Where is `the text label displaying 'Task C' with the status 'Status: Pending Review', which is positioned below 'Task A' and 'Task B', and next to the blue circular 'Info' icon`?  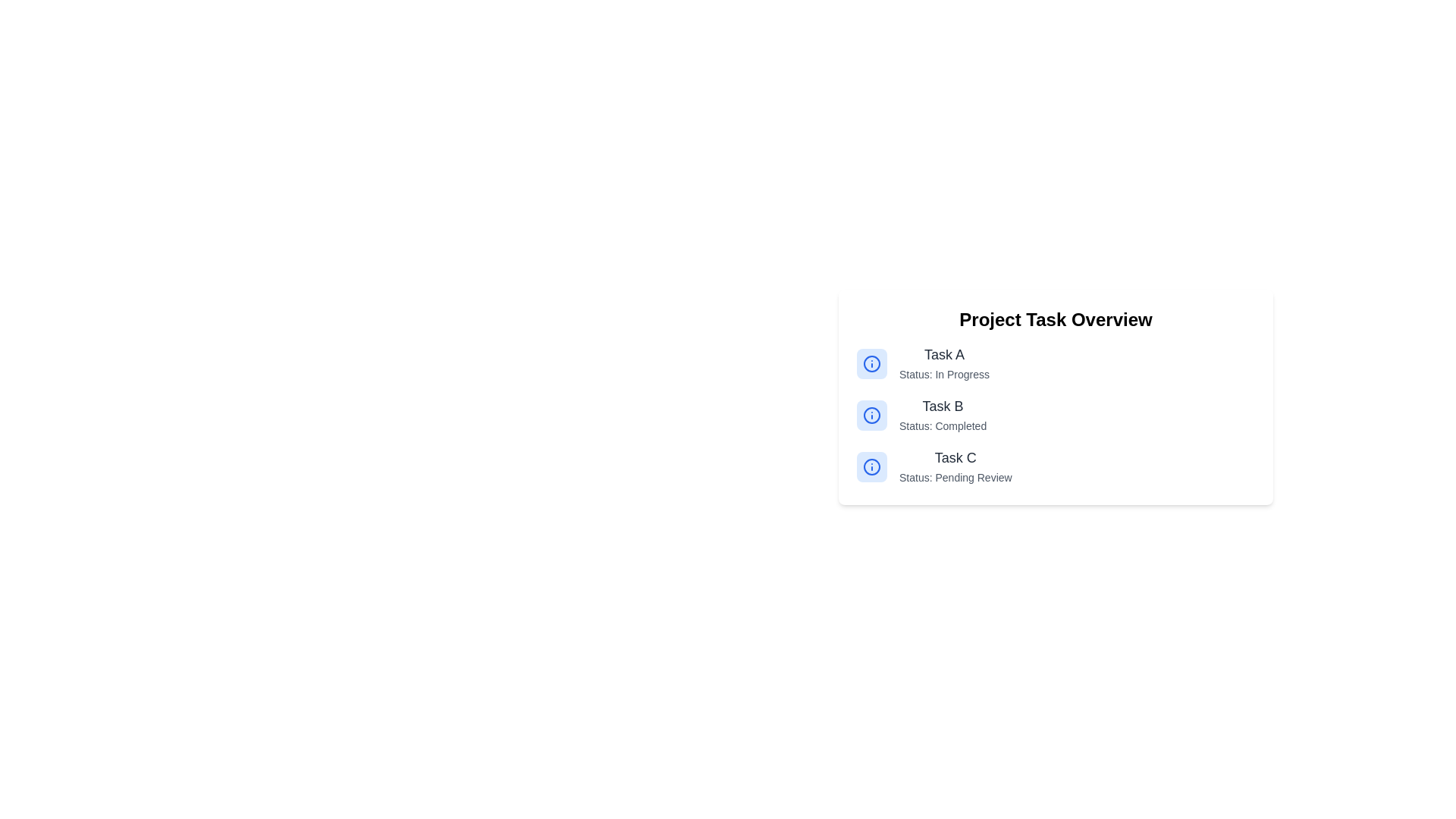 the text label displaying 'Task C' with the status 'Status: Pending Review', which is positioned below 'Task A' and 'Task B', and next to the blue circular 'Info' icon is located at coordinates (955, 466).